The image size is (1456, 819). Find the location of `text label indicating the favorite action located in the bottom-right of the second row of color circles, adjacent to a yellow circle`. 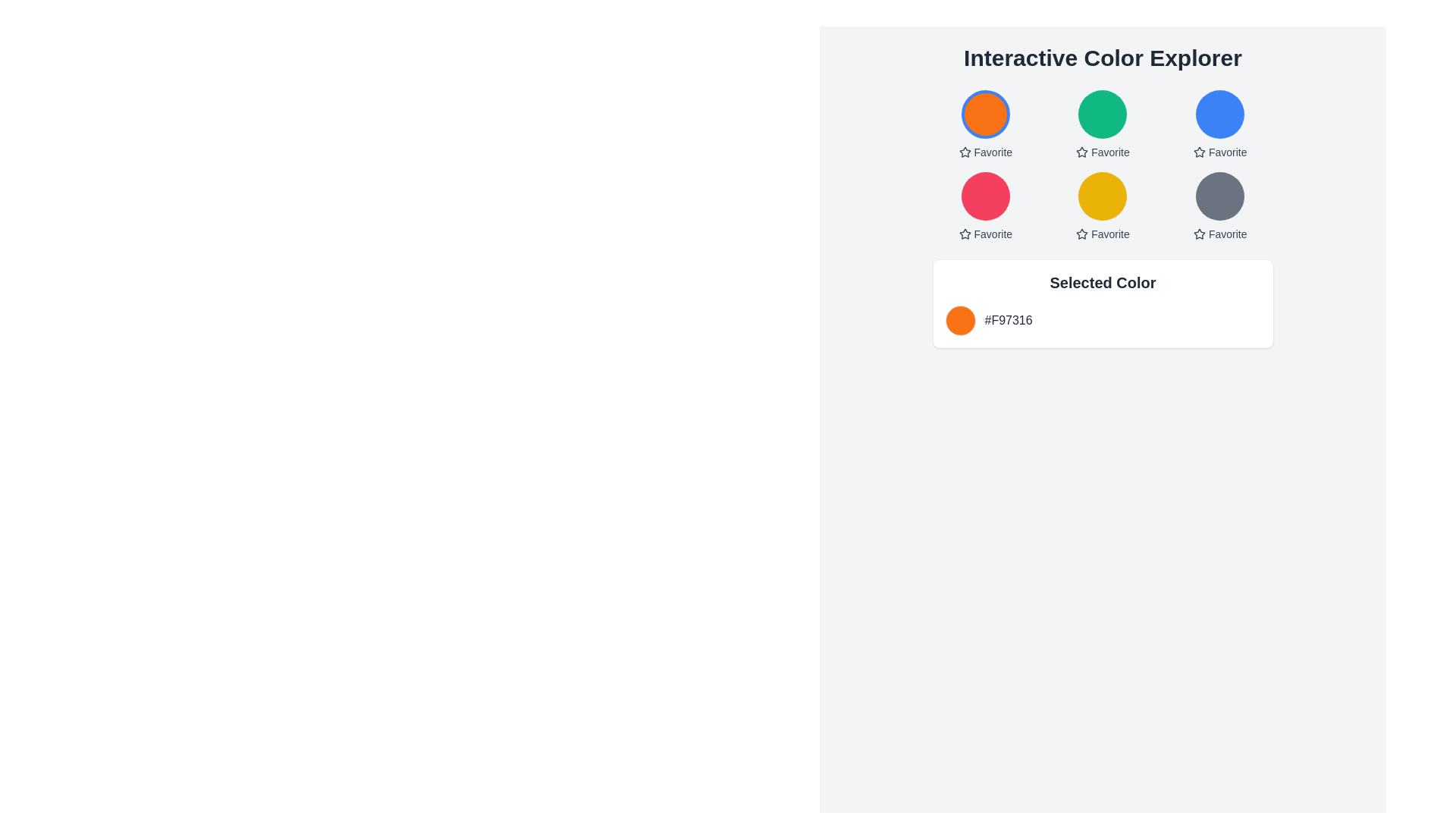

text label indicating the favorite action located in the bottom-right of the second row of color circles, adjacent to a yellow circle is located at coordinates (1110, 234).